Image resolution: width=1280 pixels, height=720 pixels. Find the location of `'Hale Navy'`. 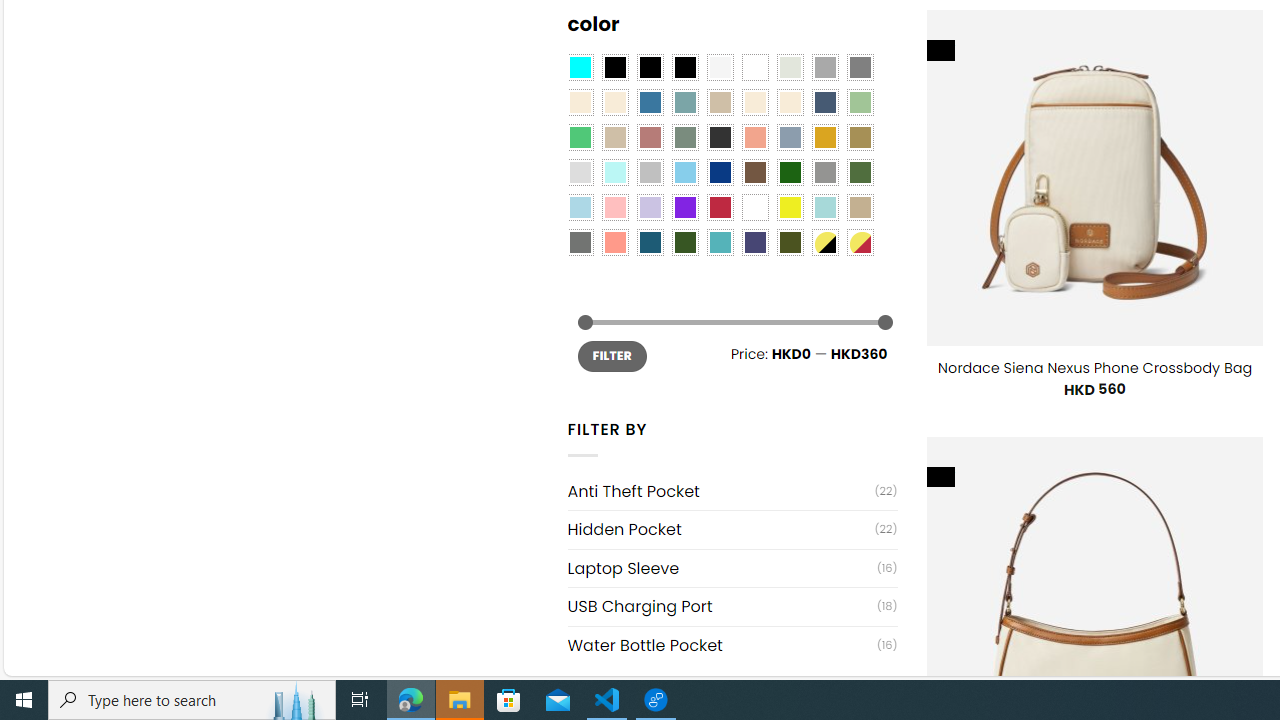

'Hale Navy' is located at coordinates (824, 102).